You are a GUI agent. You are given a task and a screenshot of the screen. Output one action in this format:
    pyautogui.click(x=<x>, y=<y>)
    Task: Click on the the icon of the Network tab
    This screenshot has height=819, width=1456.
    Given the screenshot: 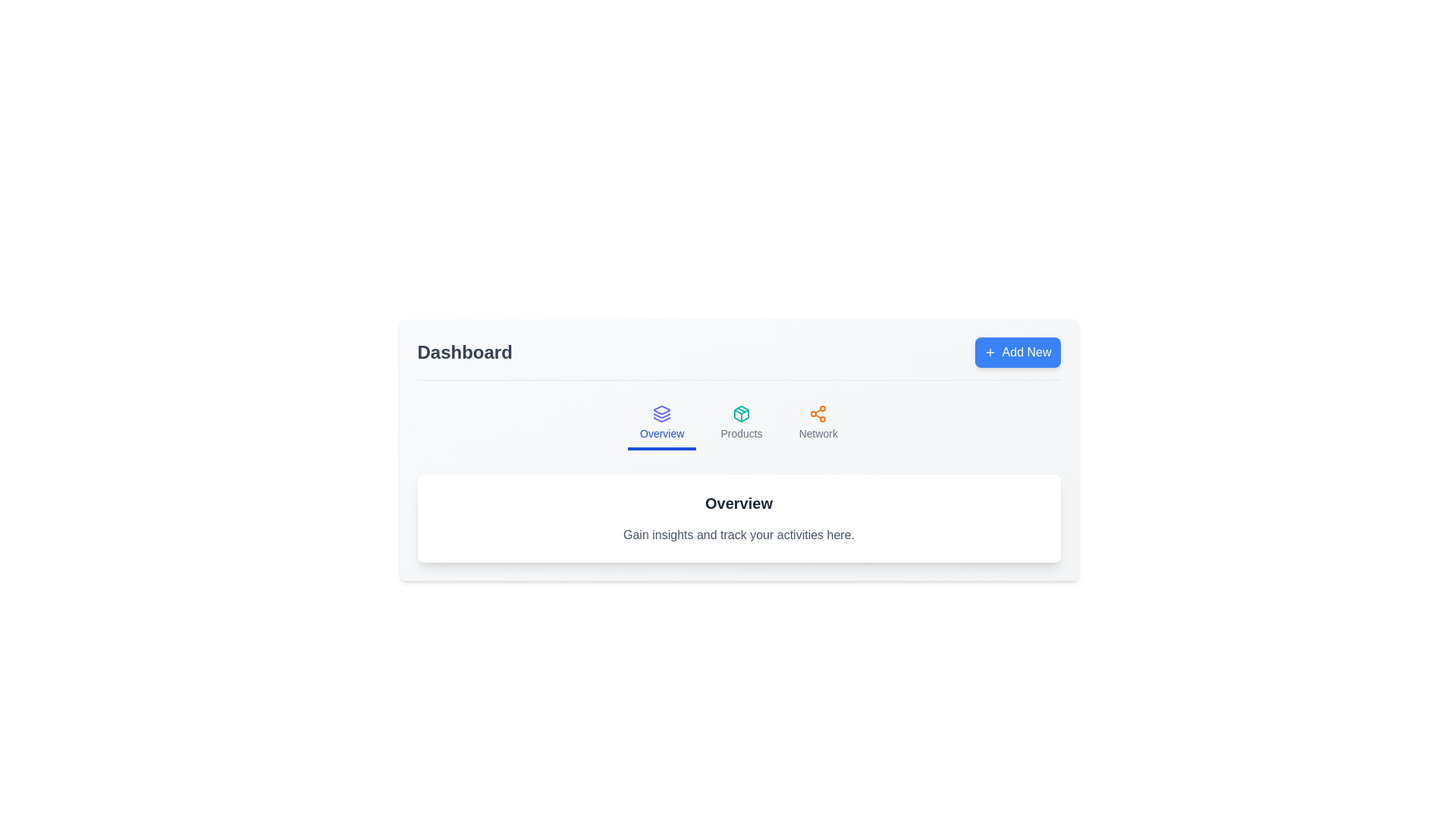 What is the action you would take?
    pyautogui.click(x=817, y=414)
    